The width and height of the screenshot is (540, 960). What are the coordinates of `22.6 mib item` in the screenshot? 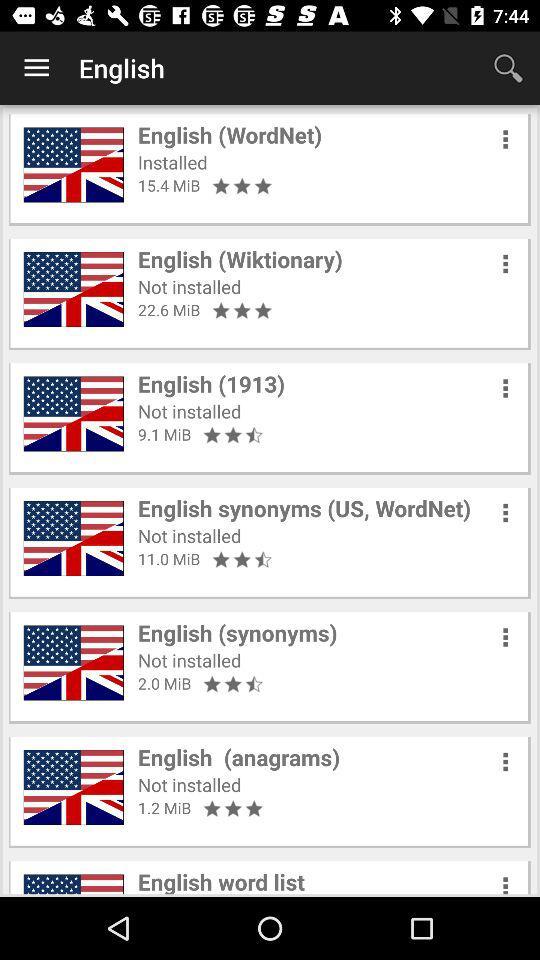 It's located at (168, 309).